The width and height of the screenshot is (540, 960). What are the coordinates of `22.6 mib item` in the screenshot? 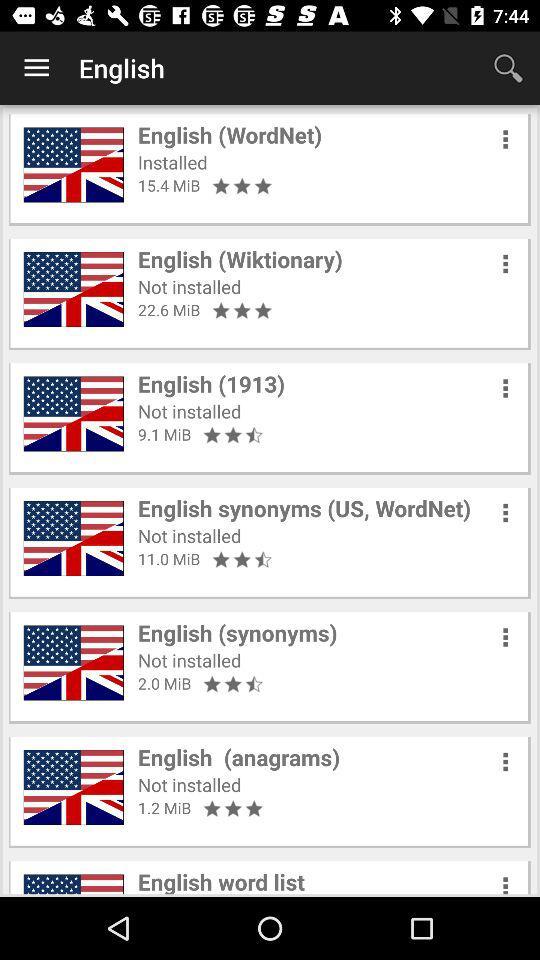 It's located at (168, 309).